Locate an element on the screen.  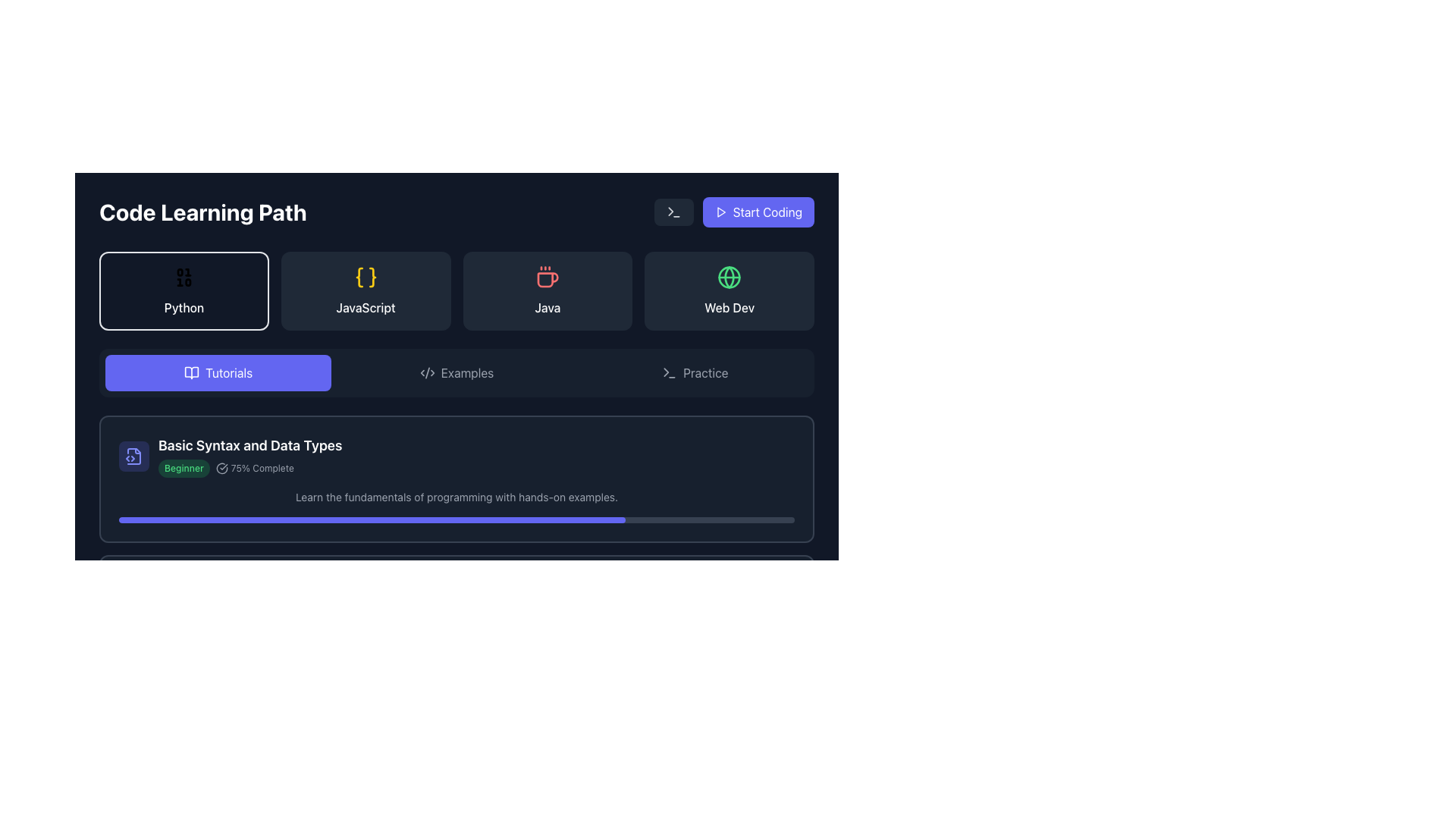
the circular SVG graphics element representing a globe icon with a green outline, located inside the 'Web Dev' button is located at coordinates (730, 278).